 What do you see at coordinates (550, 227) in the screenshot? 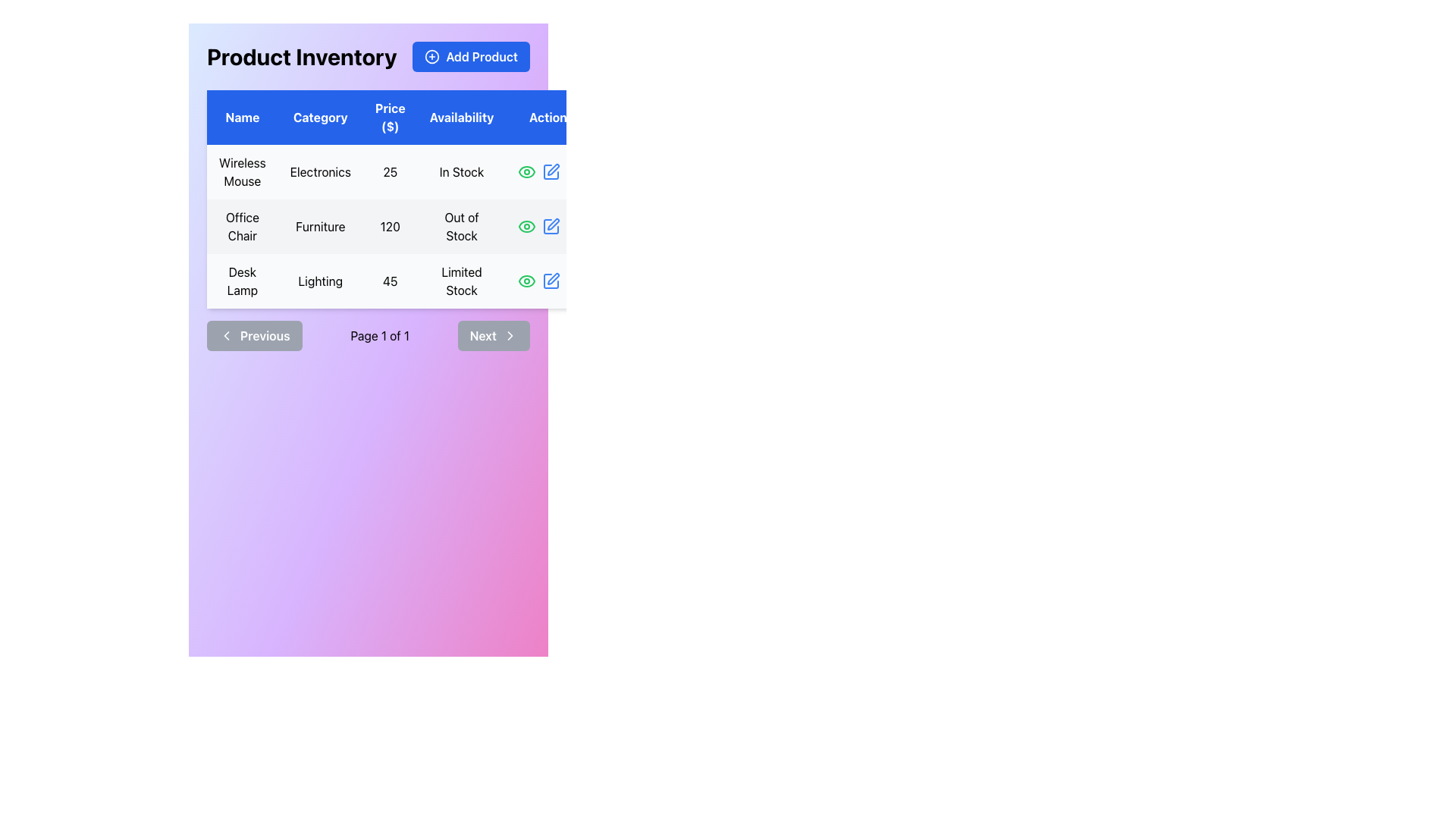
I see `the blue pencil icon in the third position of the last column in the 'Product Inventory' table` at bounding box center [550, 227].